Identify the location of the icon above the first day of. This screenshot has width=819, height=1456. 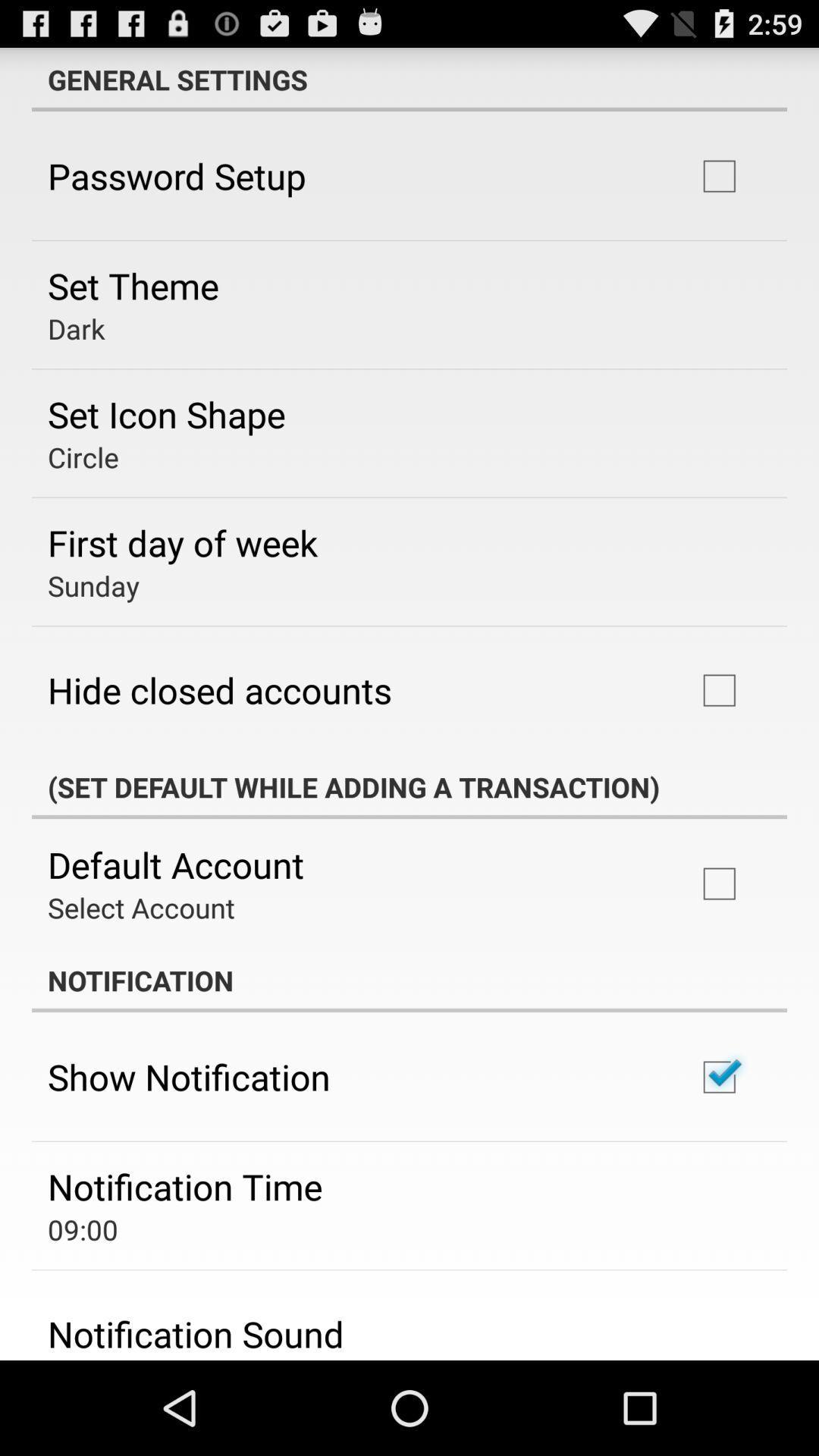
(83, 457).